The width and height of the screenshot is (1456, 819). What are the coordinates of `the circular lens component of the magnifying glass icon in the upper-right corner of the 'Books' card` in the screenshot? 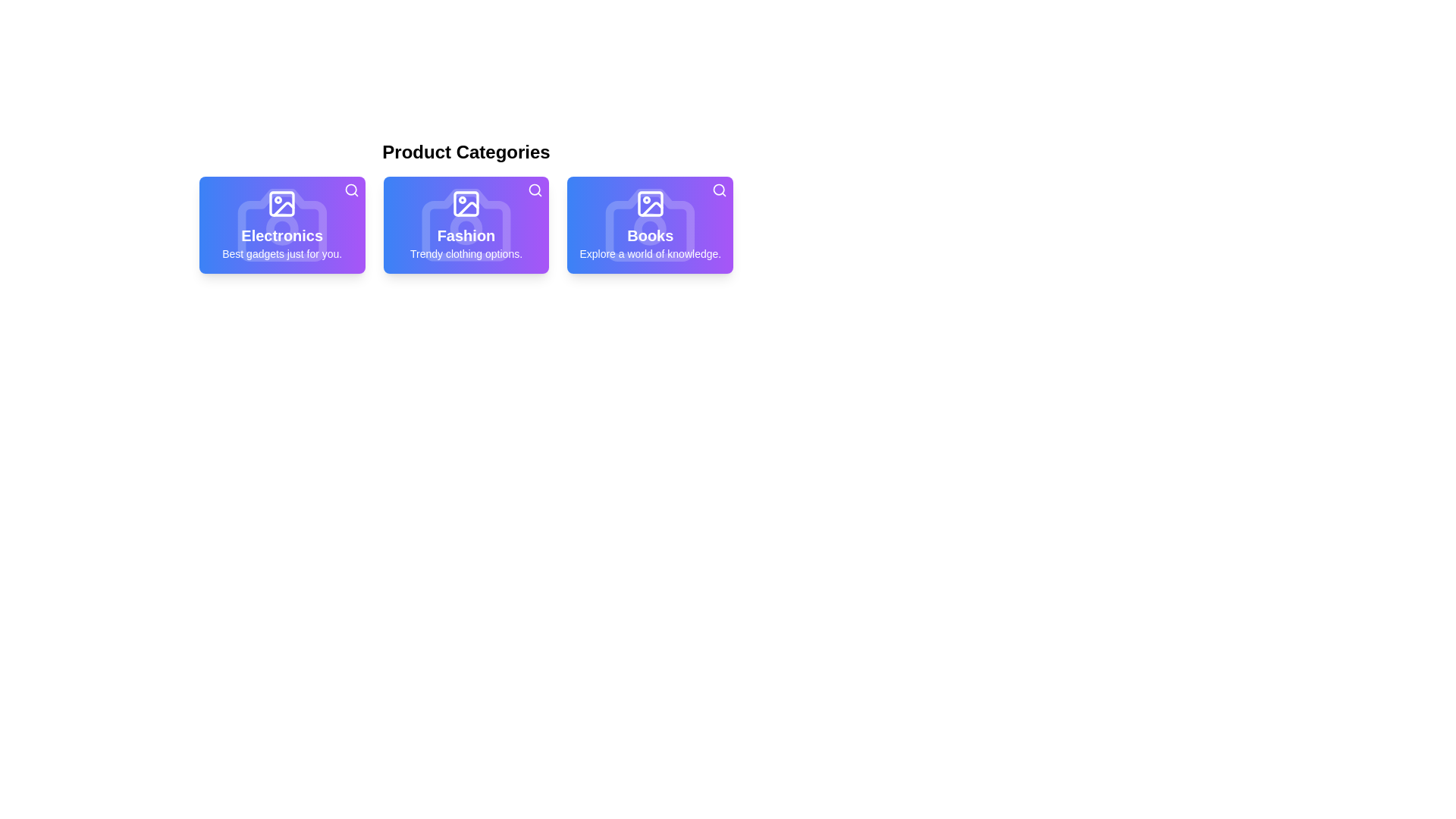 It's located at (718, 189).